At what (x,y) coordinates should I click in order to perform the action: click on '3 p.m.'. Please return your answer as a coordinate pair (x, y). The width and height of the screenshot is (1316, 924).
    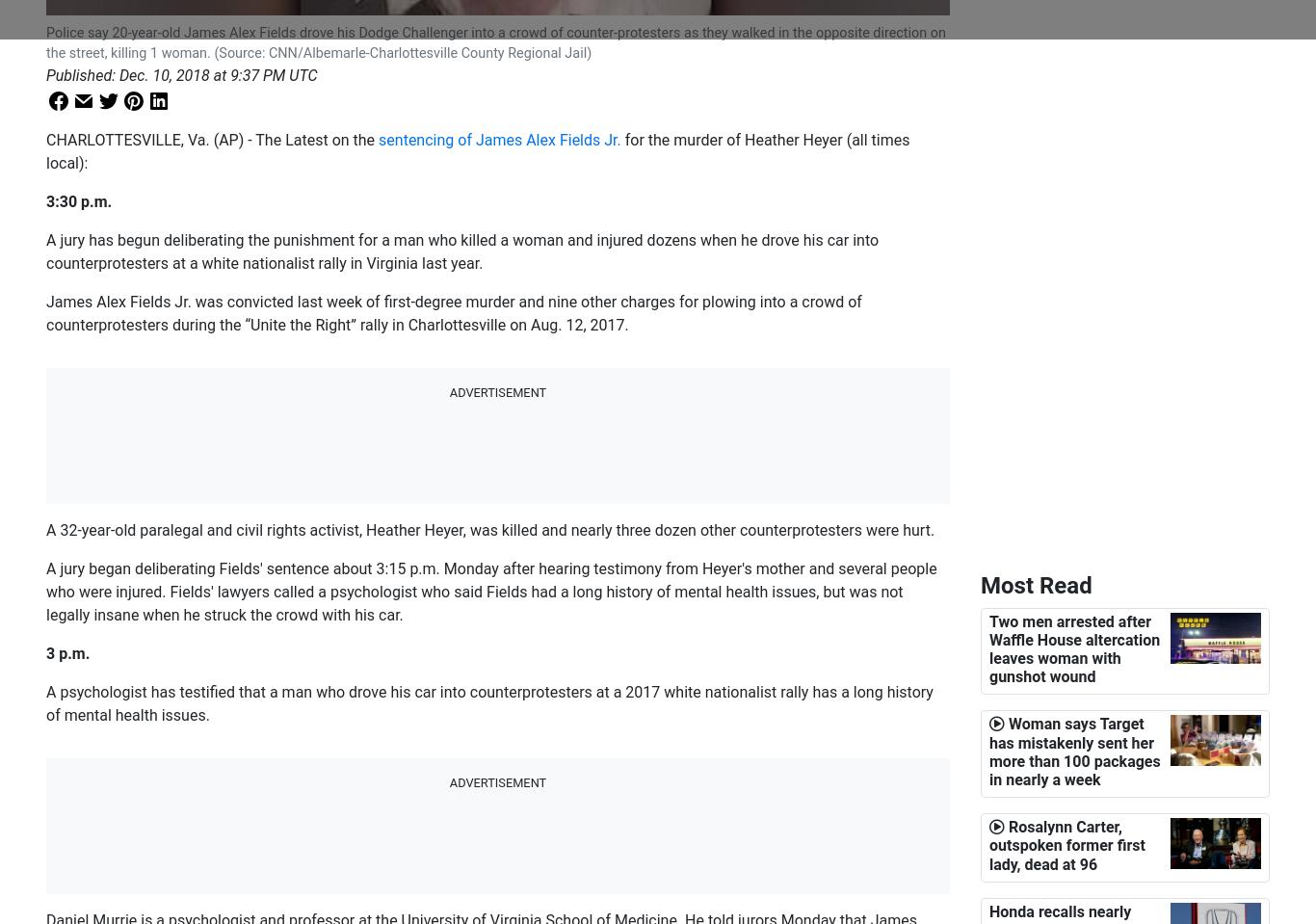
    Looking at the image, I should click on (67, 652).